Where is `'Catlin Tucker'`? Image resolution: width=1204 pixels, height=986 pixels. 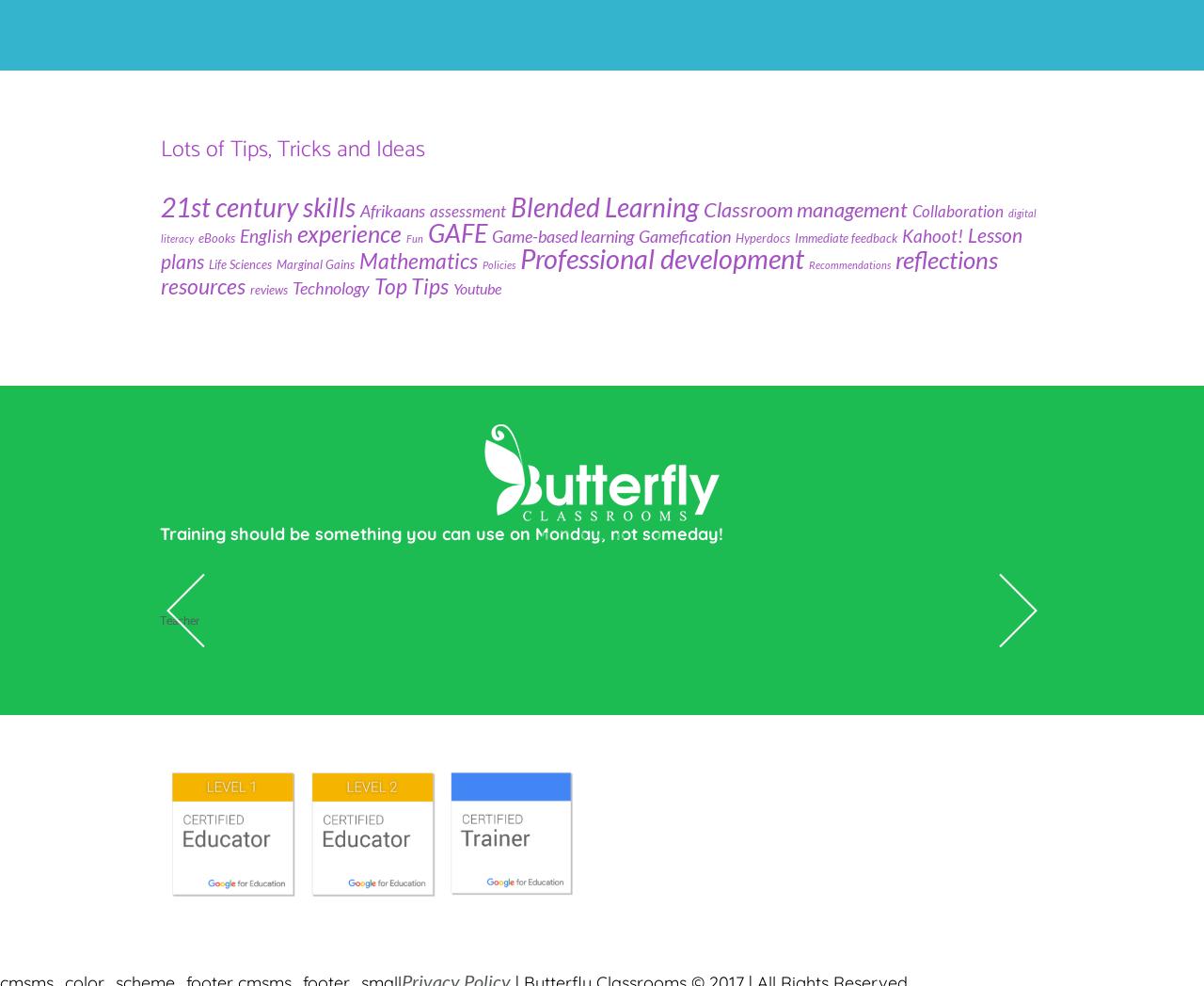 'Catlin Tucker' is located at coordinates (218, 577).